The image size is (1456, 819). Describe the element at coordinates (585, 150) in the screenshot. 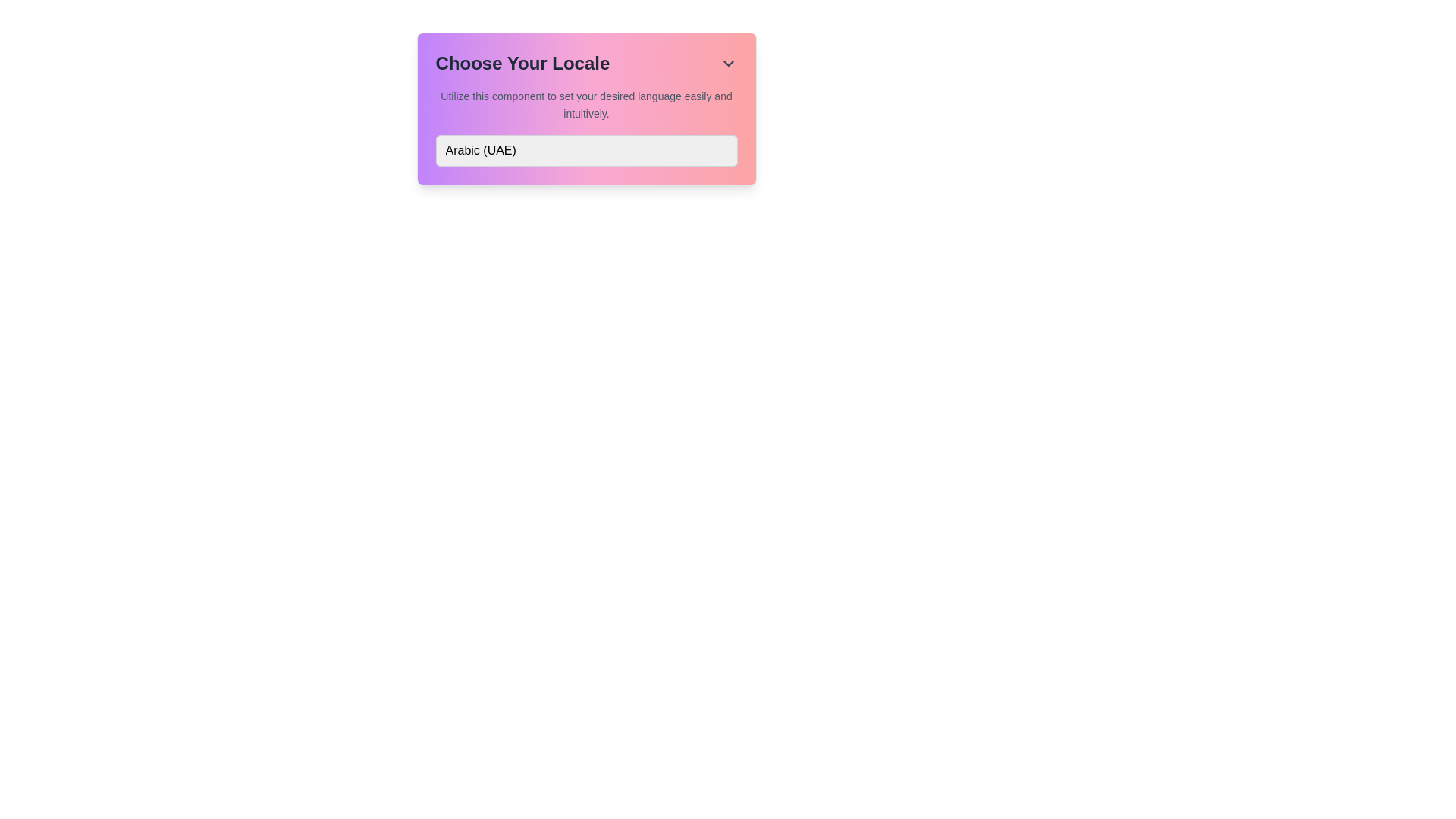

I see `an option from the dropdown menu located below the title 'Choose Your Locale' and the description 'Utilize this component to set your desired language easily and intuitively.'` at that location.